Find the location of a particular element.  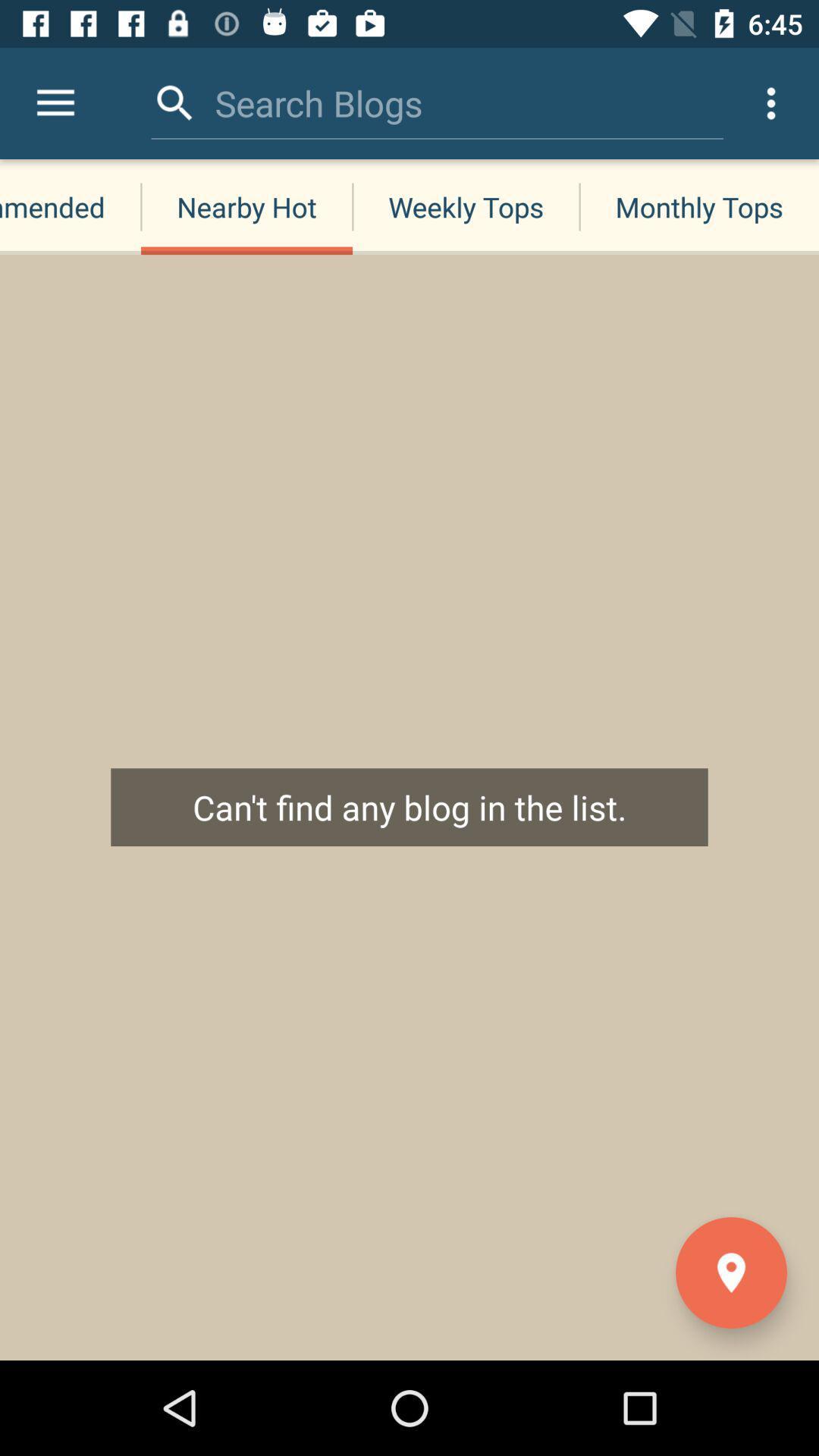

item next to weekly tops icon is located at coordinates (699, 206).